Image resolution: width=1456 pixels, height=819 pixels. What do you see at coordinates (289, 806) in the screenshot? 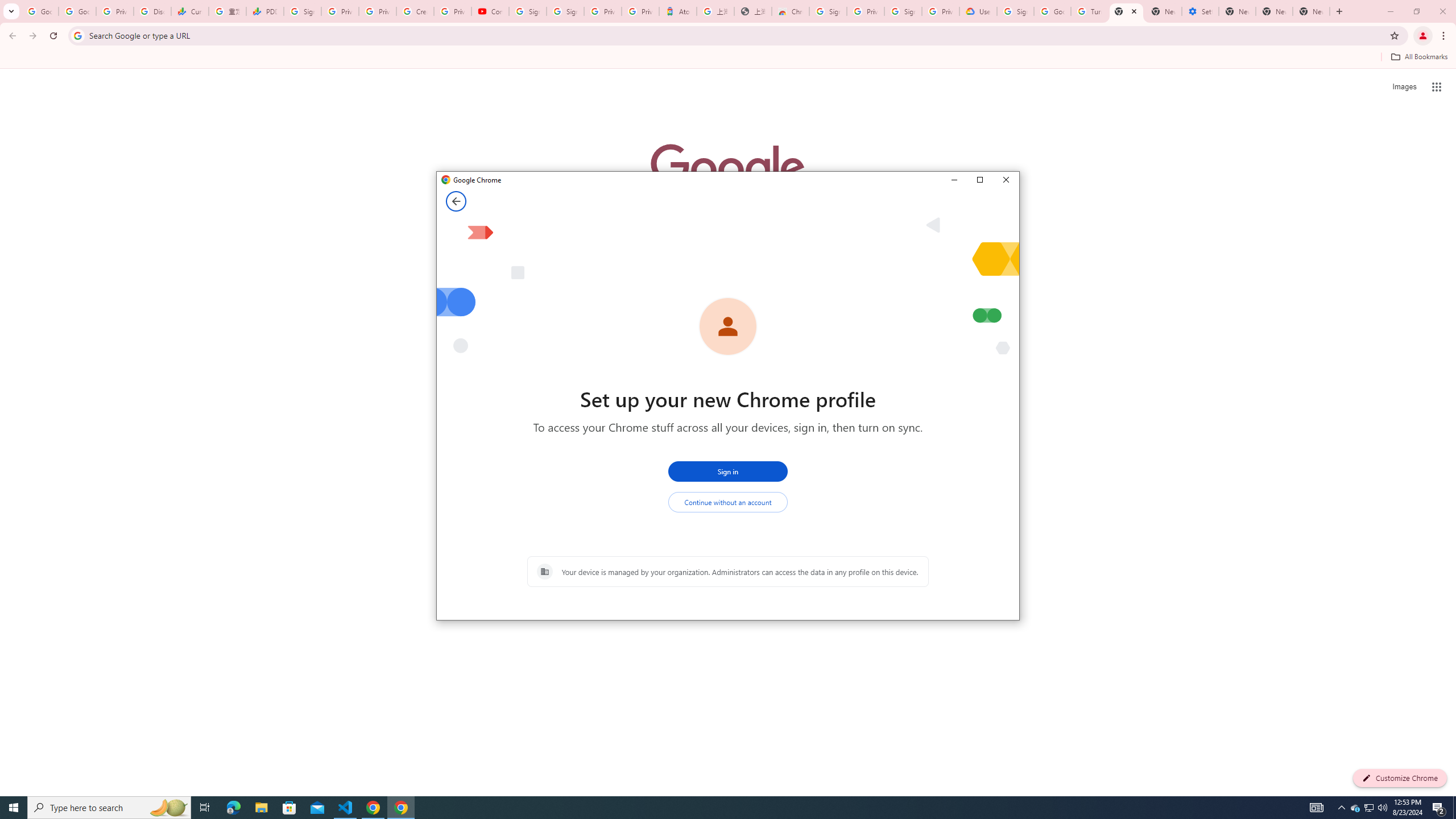
I see `'Microsoft Store'` at bounding box center [289, 806].